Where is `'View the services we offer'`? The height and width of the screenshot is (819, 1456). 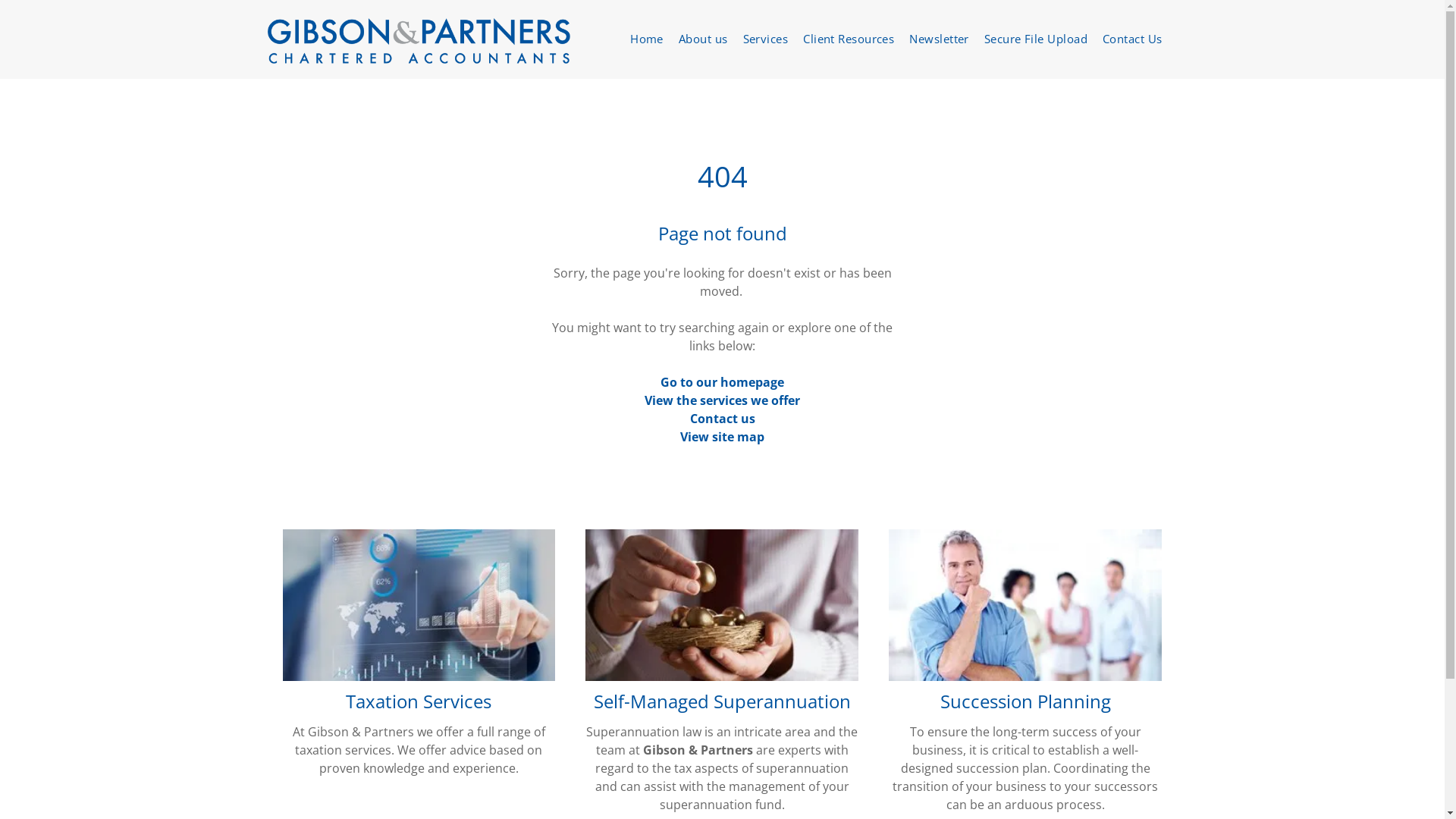
'View the services we offer' is located at coordinates (721, 400).